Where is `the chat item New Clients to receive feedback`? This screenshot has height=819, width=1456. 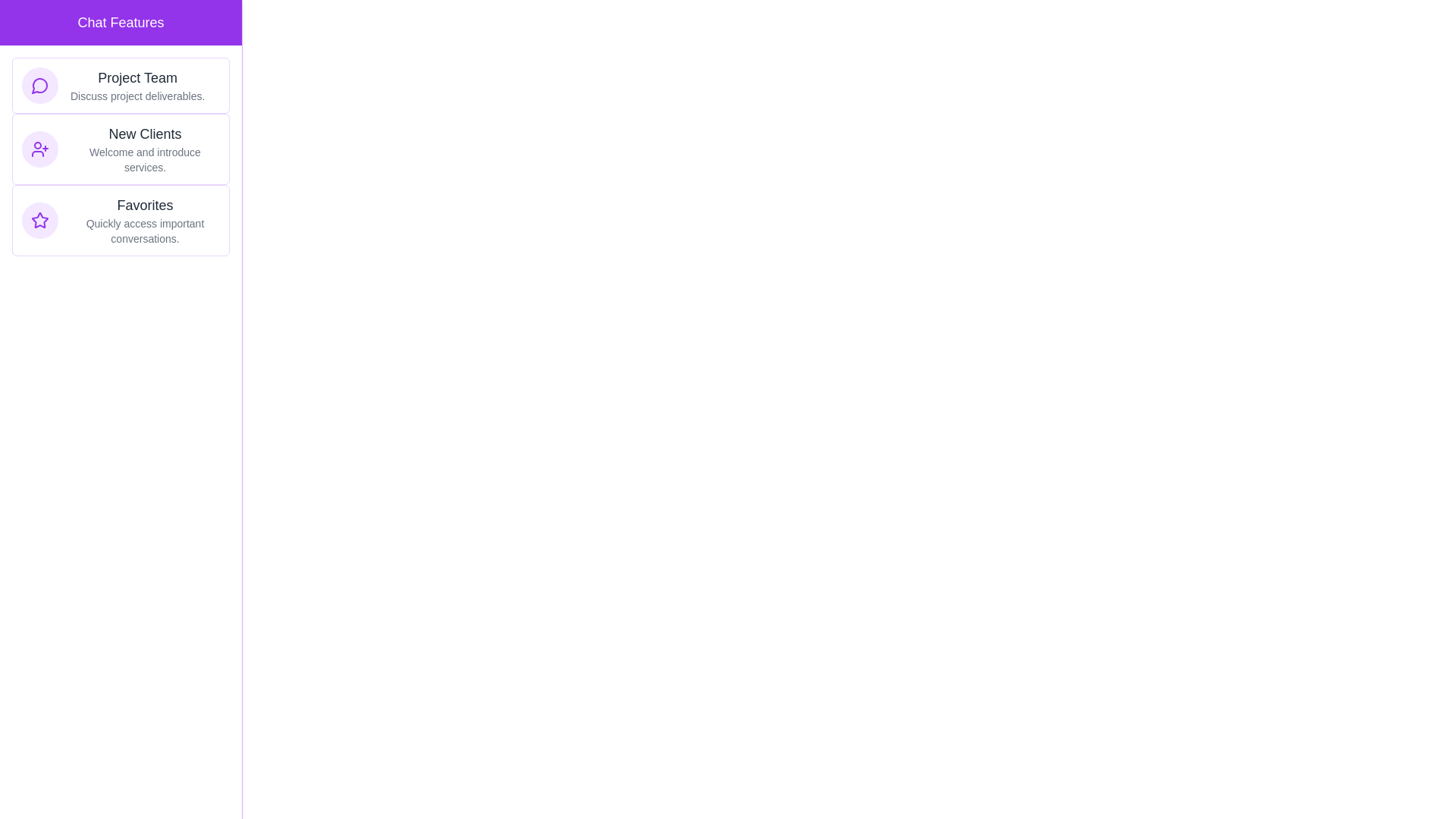
the chat item New Clients to receive feedback is located at coordinates (120, 149).